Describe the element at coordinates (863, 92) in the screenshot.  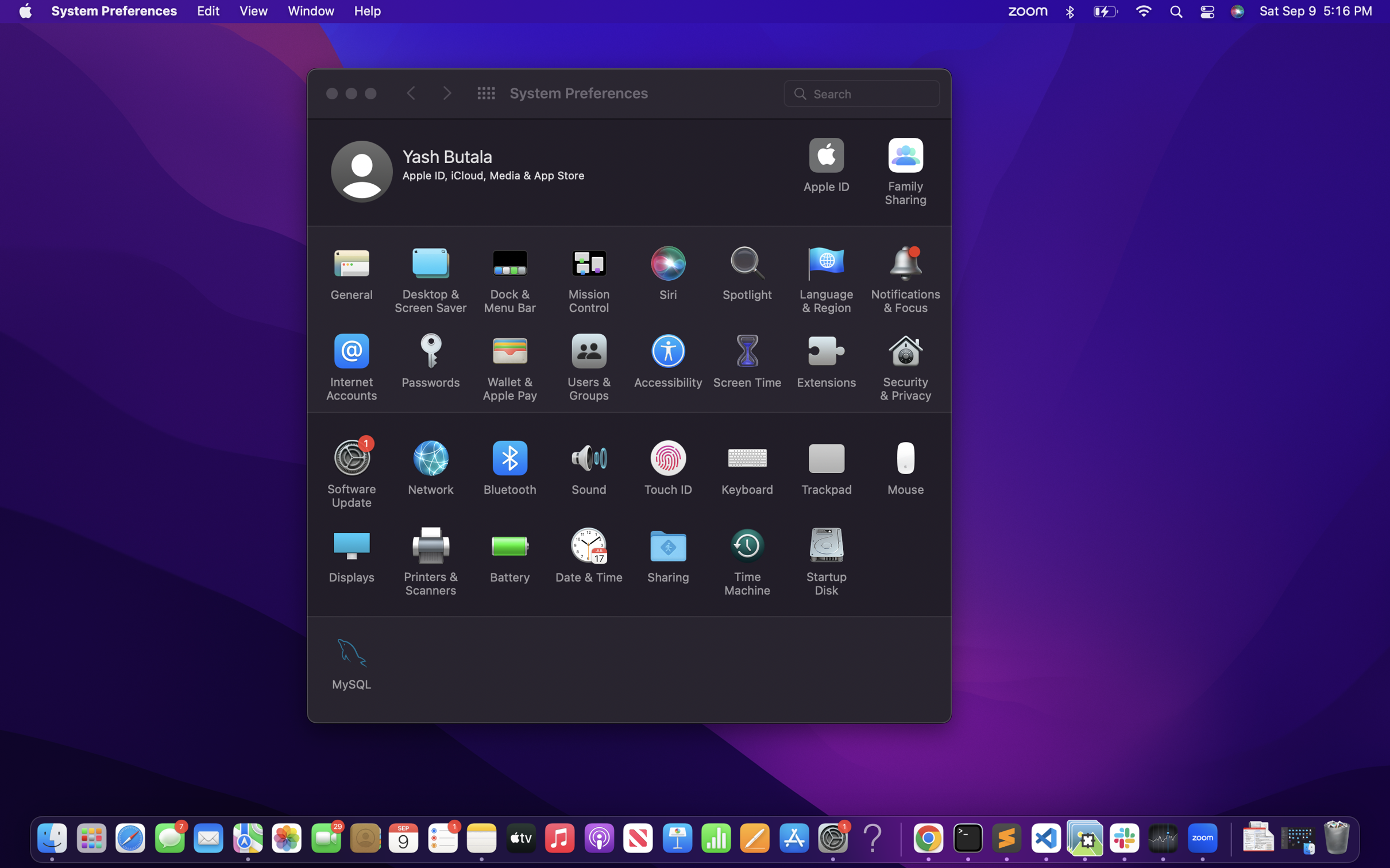
I see `the brightness setting through the search bar` at that location.